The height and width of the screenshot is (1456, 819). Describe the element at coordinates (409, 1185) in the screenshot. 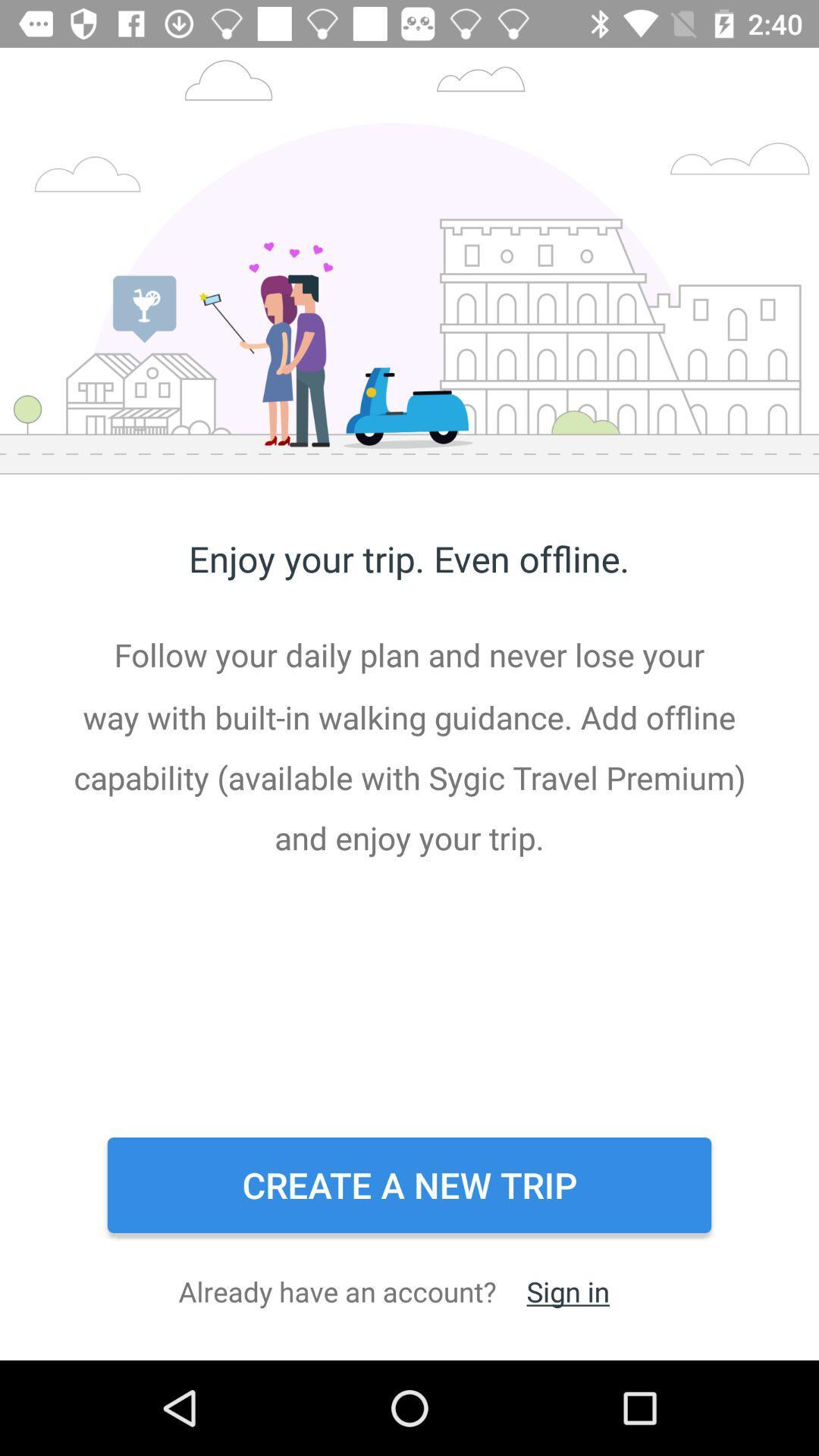

I see `the icon below the follow your daily item` at that location.